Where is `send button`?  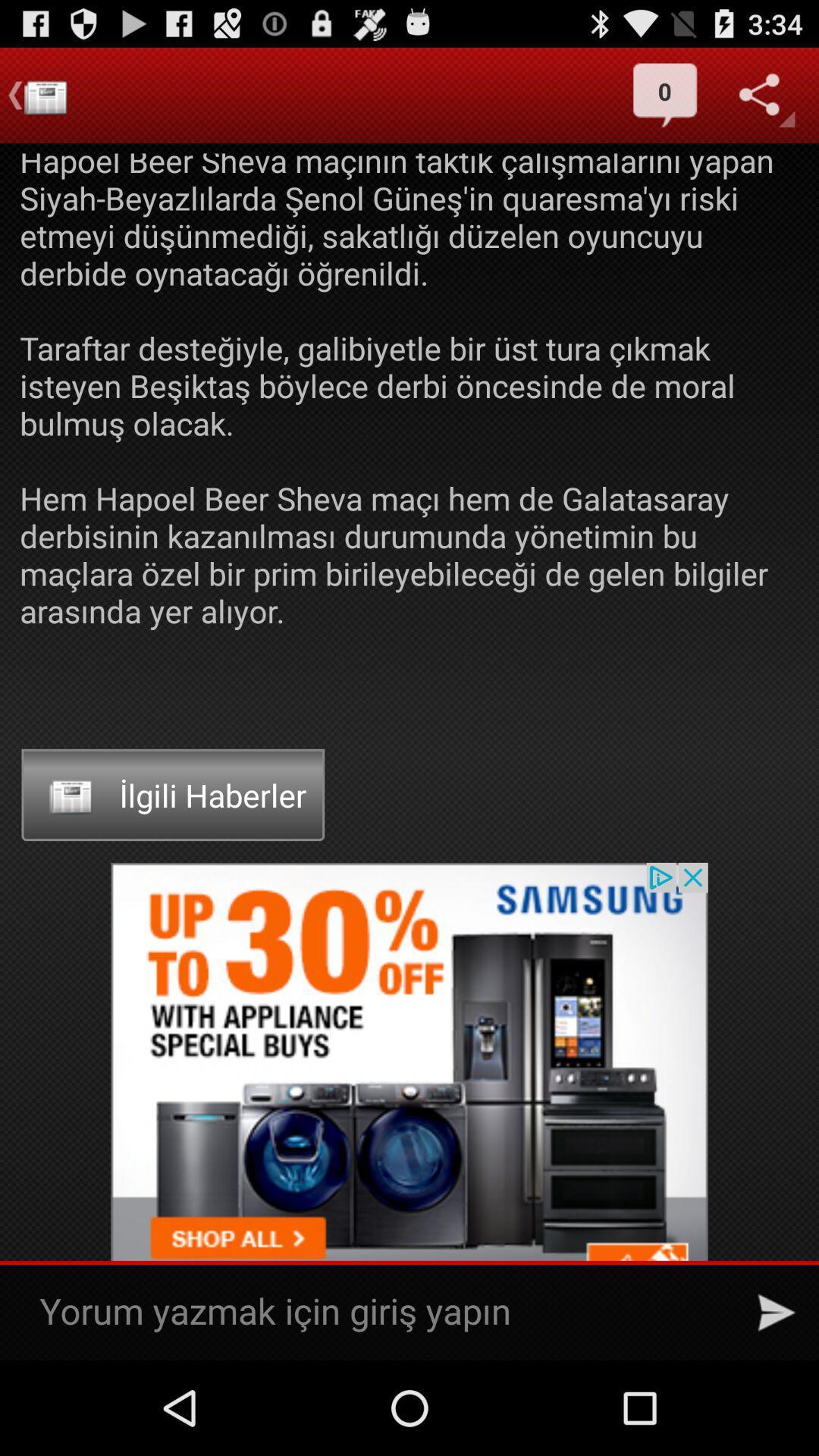
send button is located at coordinates (777, 1312).